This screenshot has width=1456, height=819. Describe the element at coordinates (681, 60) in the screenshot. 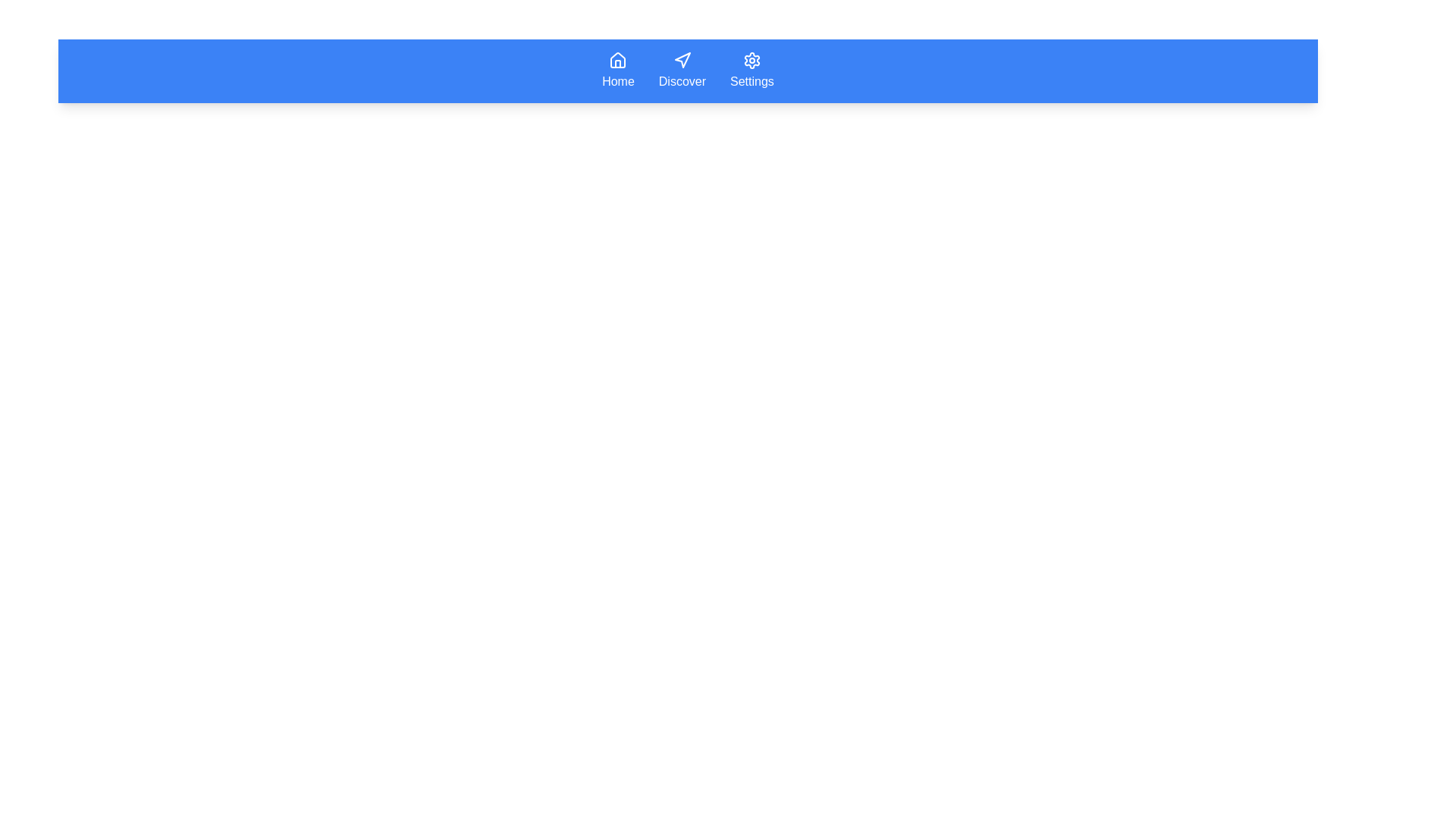

I see `the navigation arrow or compass icon located in the blue top navigation bar above the 'Discover' label` at that location.